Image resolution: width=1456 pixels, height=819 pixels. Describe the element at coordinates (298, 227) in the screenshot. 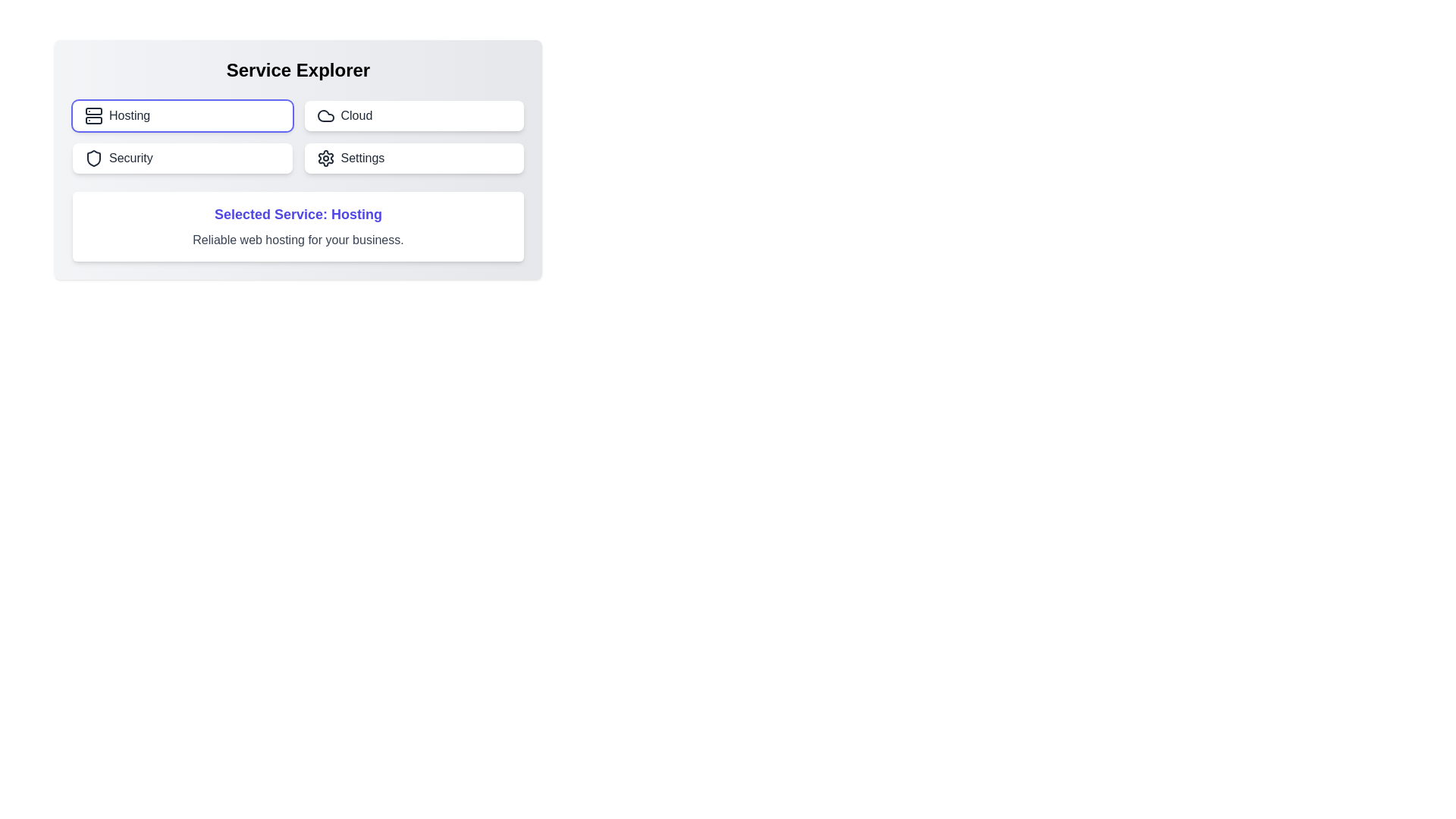

I see `the informational content box located beneath the 'Service Explorer' section, which displays the currently selected service and its description` at that location.